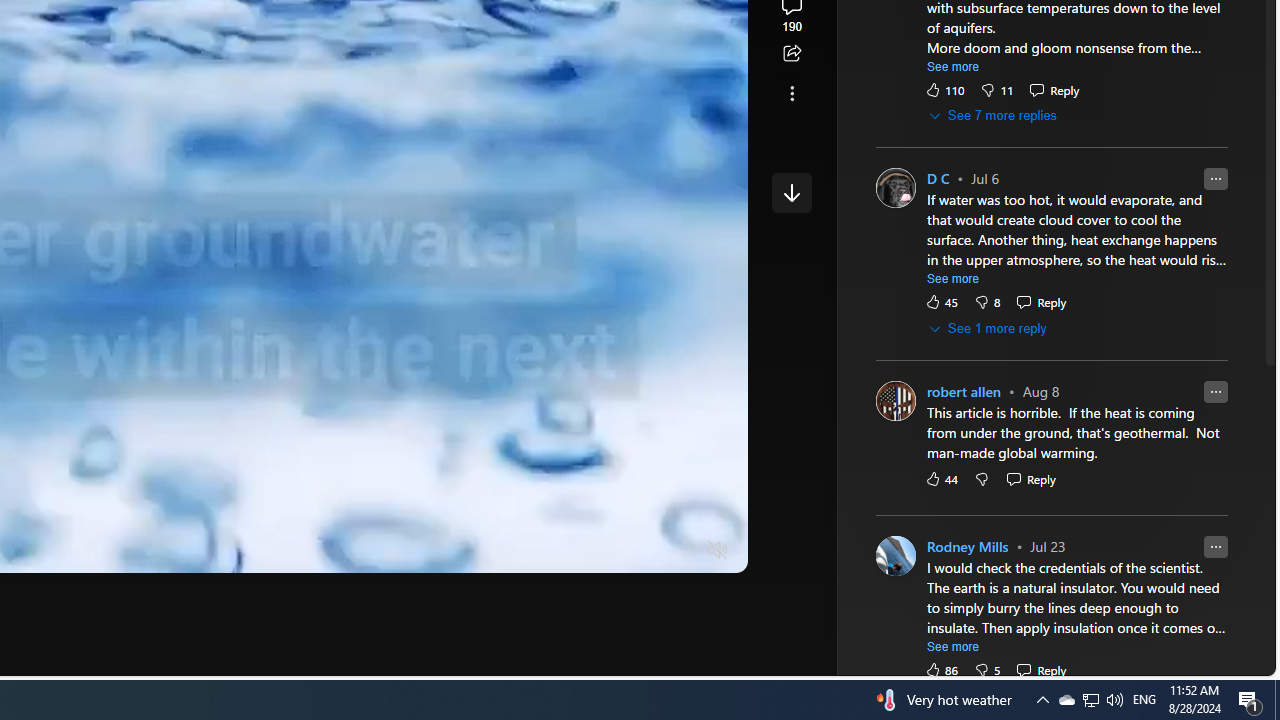 This screenshot has height=720, width=1280. Describe the element at coordinates (986, 670) in the screenshot. I see `'Dislike'` at that location.